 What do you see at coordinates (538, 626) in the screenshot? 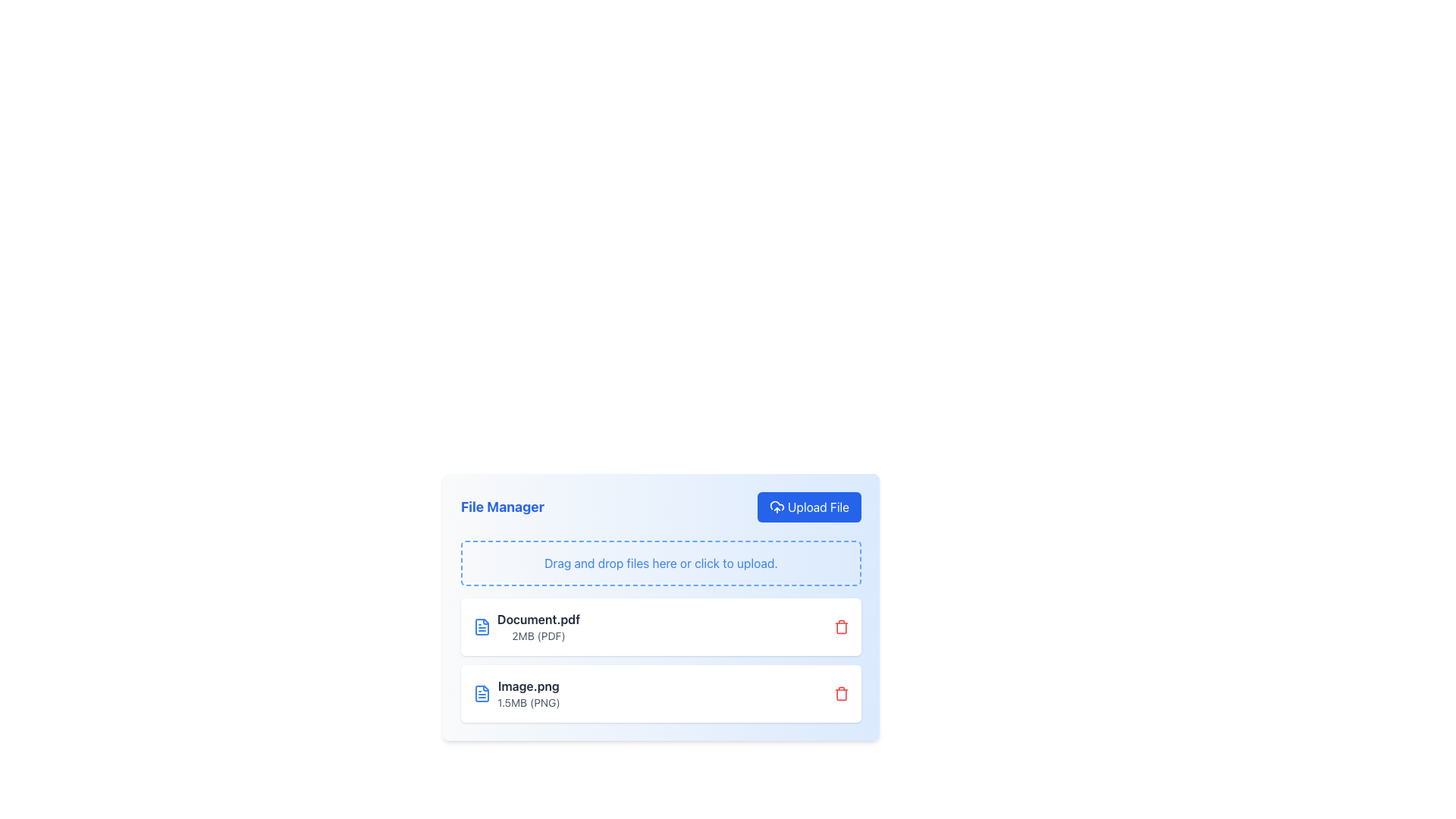
I see `the Text Label Group element displaying 'Document.pdf' and '2MB (PDF)'` at bounding box center [538, 626].